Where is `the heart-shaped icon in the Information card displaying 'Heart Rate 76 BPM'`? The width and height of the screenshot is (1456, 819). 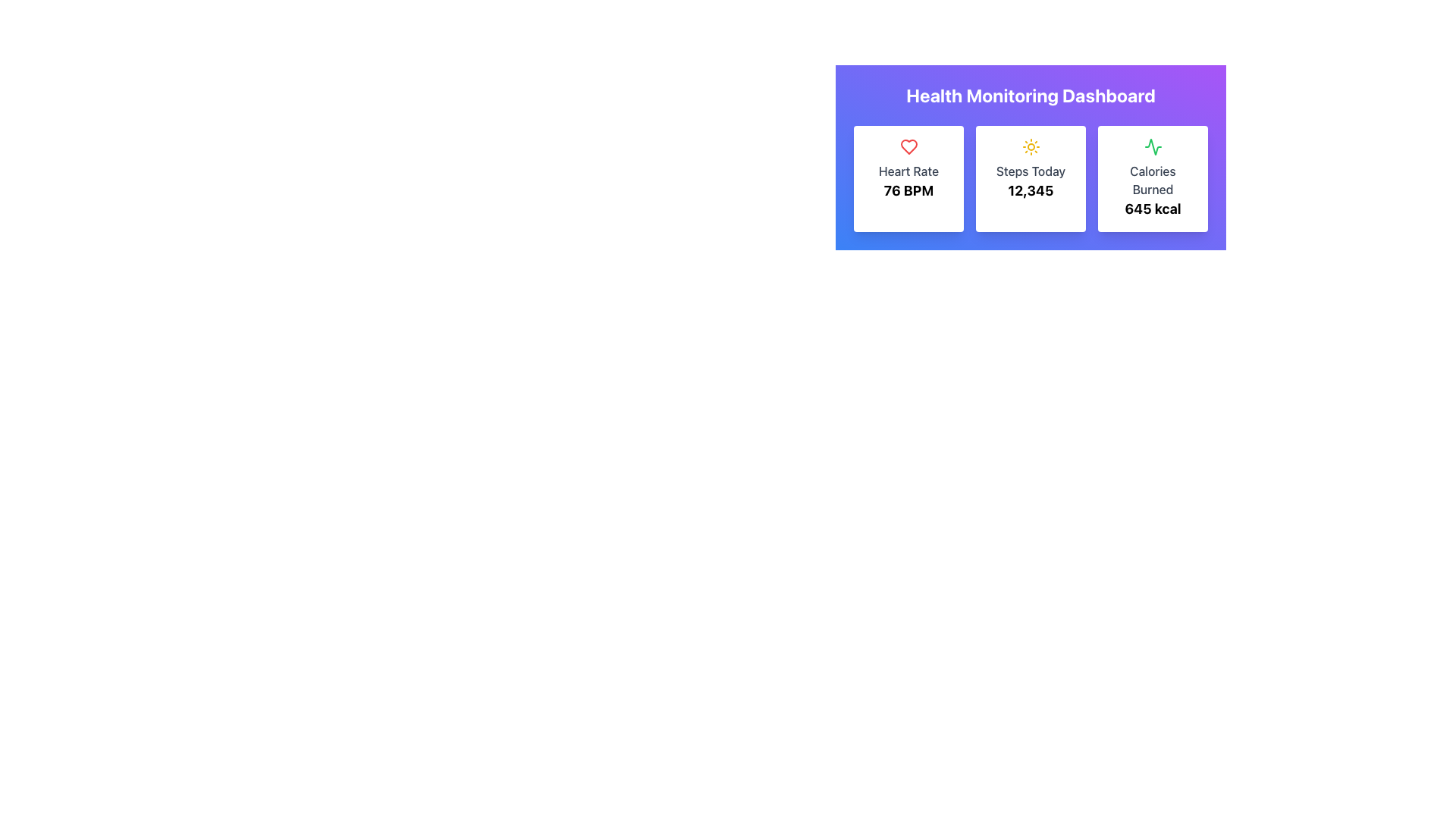
the heart-shaped icon in the Information card displaying 'Heart Rate 76 BPM' is located at coordinates (908, 177).